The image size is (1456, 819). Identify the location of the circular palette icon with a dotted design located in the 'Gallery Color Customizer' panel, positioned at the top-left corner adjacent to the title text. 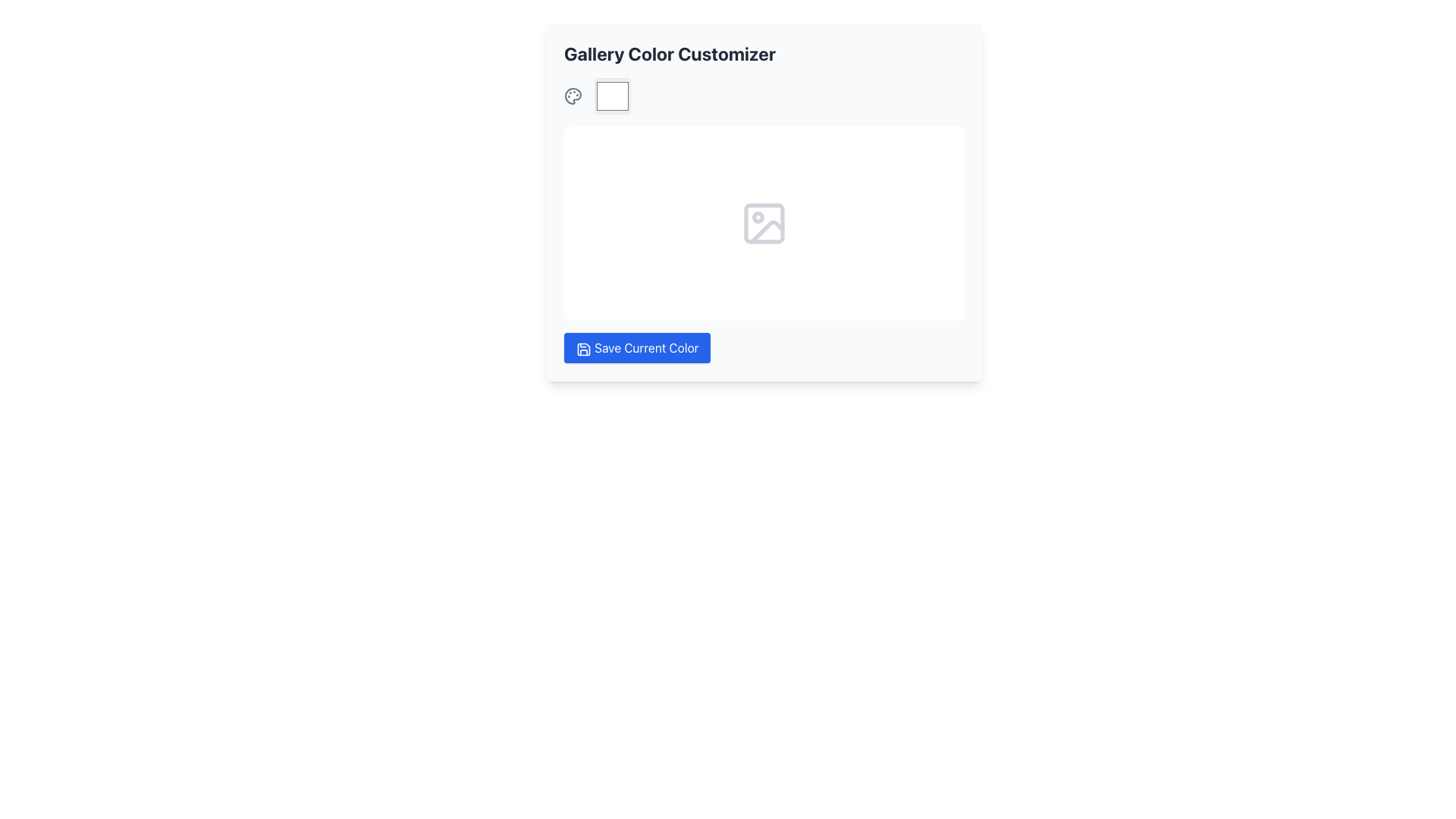
(572, 96).